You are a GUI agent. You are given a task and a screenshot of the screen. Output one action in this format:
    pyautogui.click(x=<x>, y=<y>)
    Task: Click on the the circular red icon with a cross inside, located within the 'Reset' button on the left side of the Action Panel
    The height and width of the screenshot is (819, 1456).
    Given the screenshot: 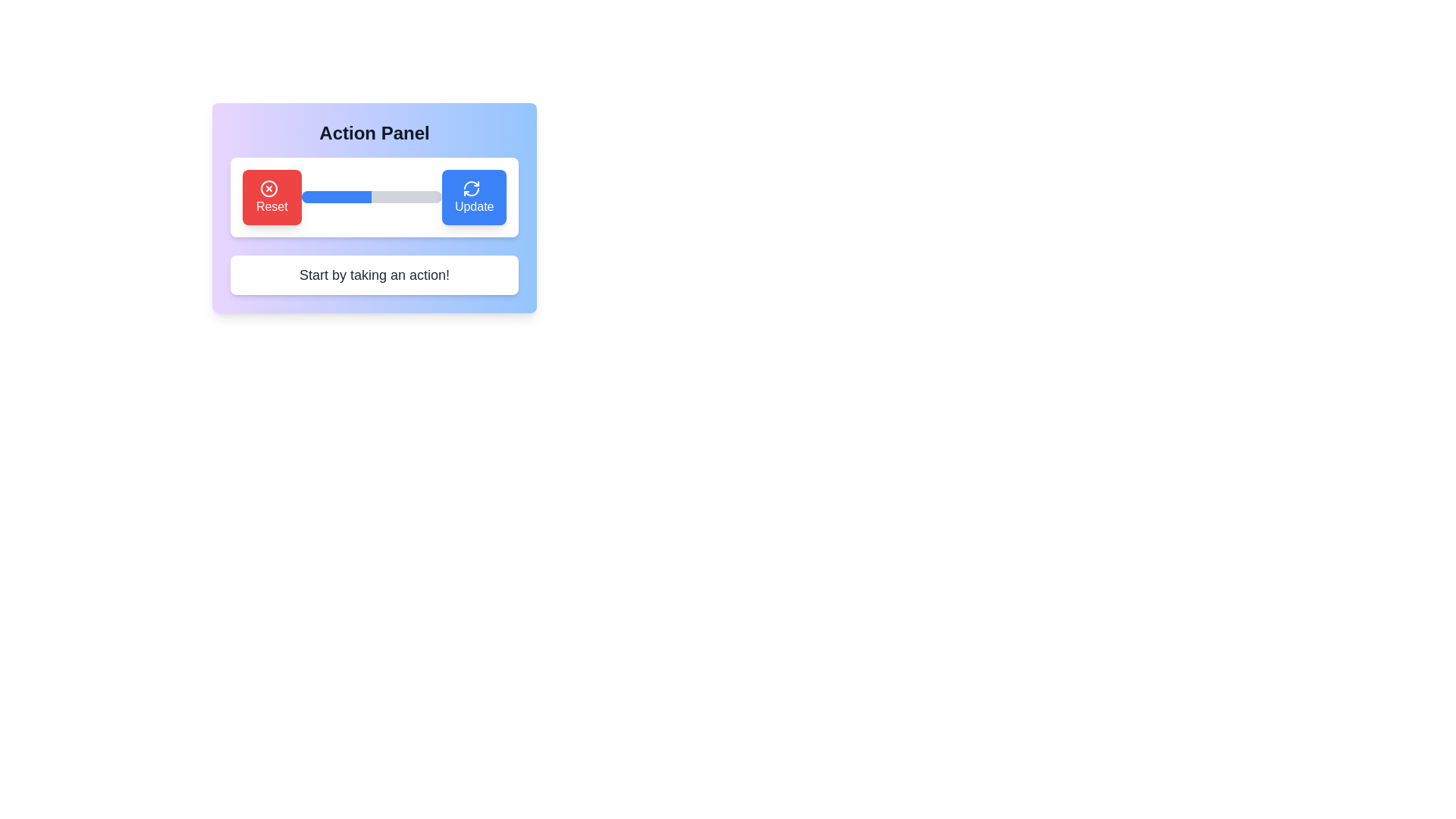 What is the action you would take?
    pyautogui.click(x=268, y=187)
    